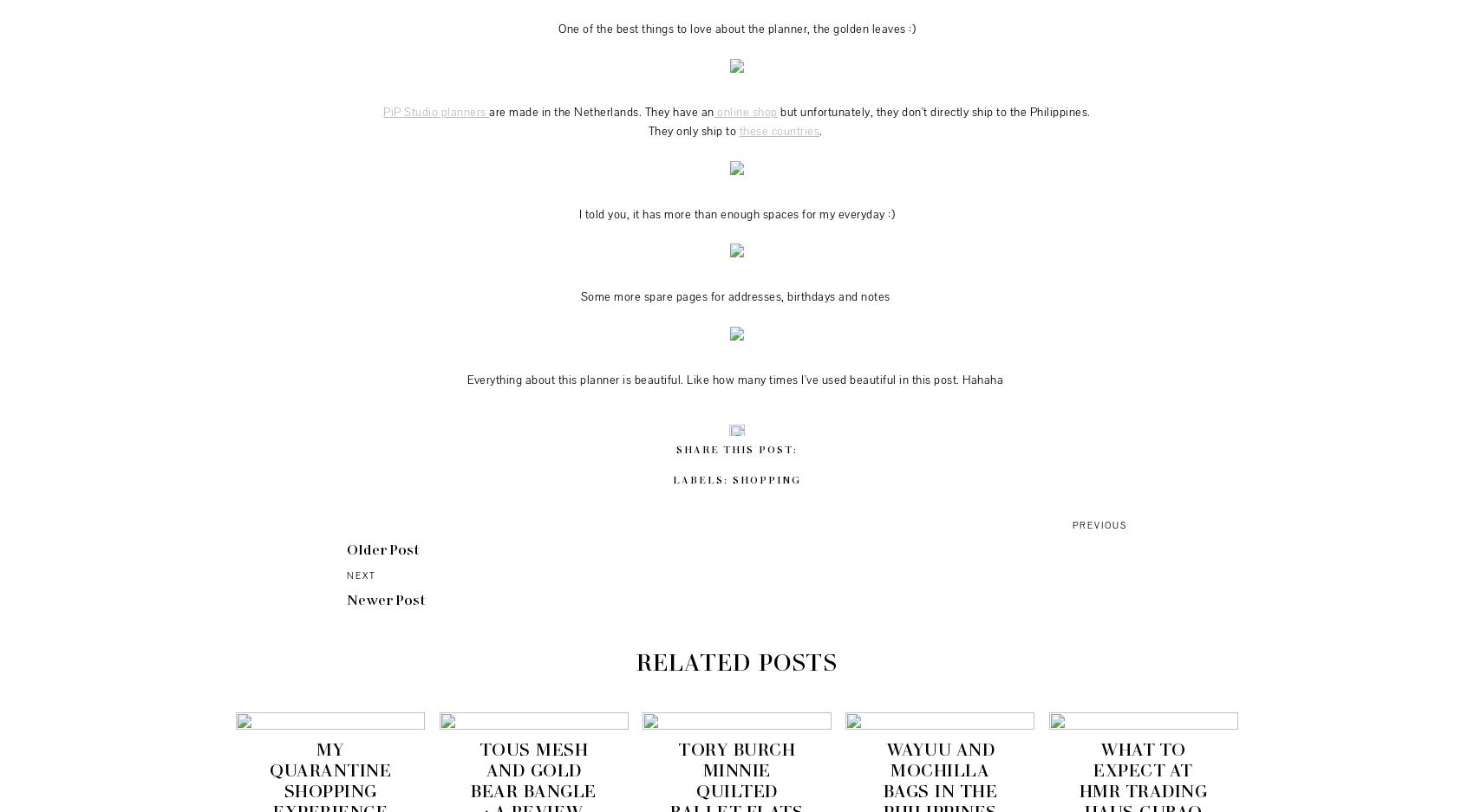 This screenshot has height=812, width=1481. What do you see at coordinates (577, 212) in the screenshot?
I see `'I told you, it has more than enough spaces for my everyday :)'` at bounding box center [577, 212].